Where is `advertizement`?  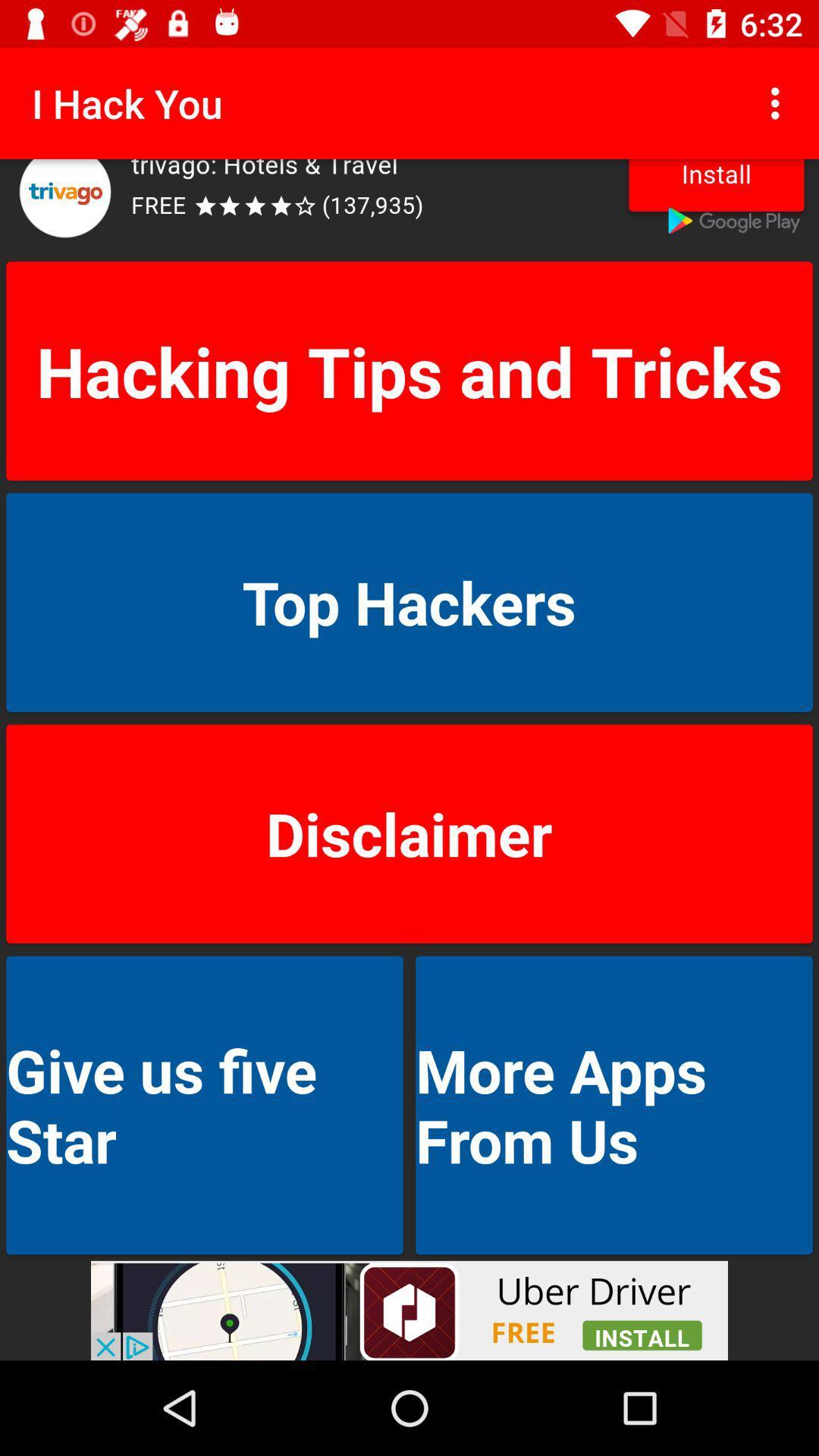
advertizement is located at coordinates (409, 1310).